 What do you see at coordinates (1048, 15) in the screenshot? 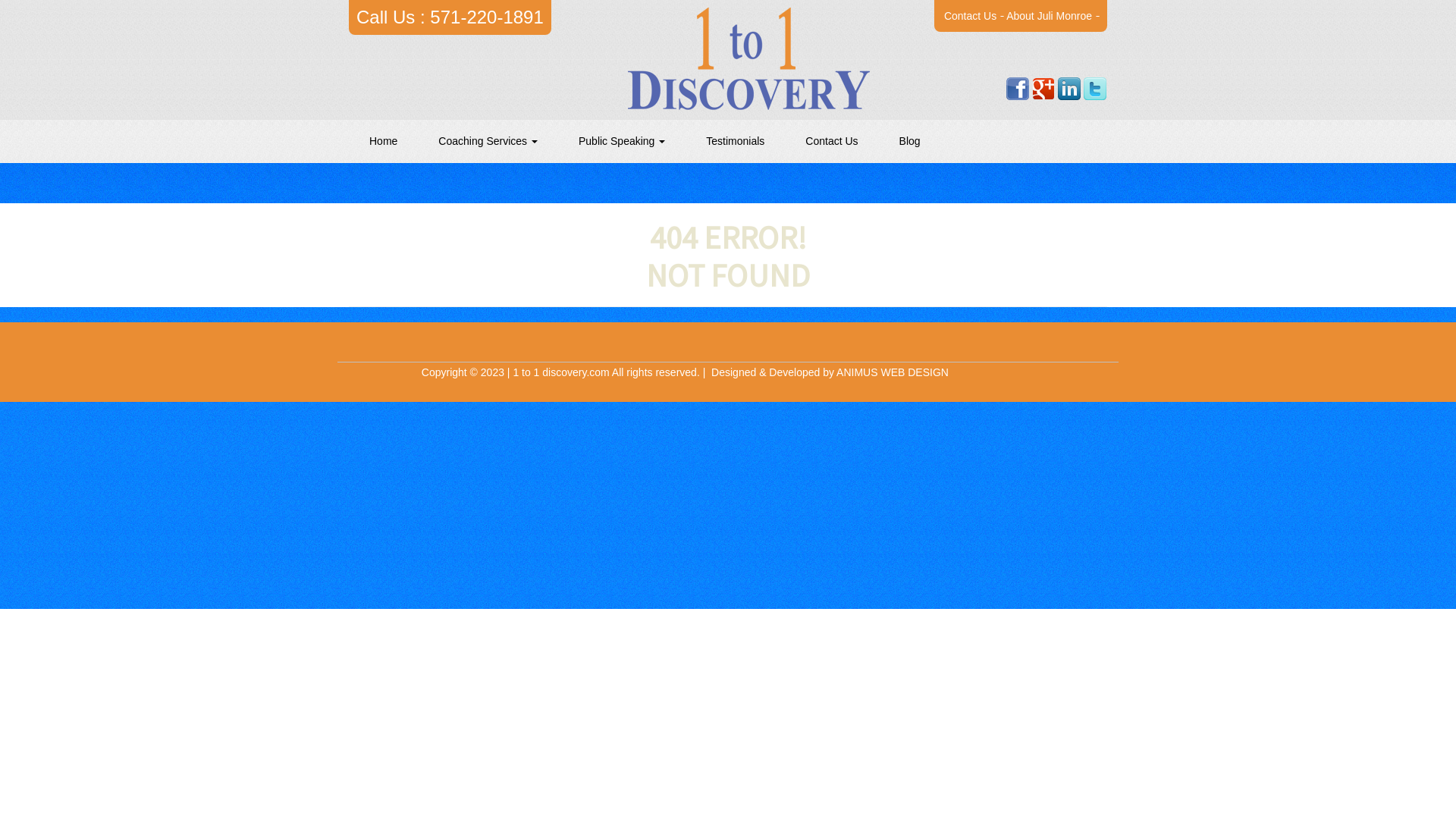
I see `'About Juli Monroe'` at bounding box center [1048, 15].